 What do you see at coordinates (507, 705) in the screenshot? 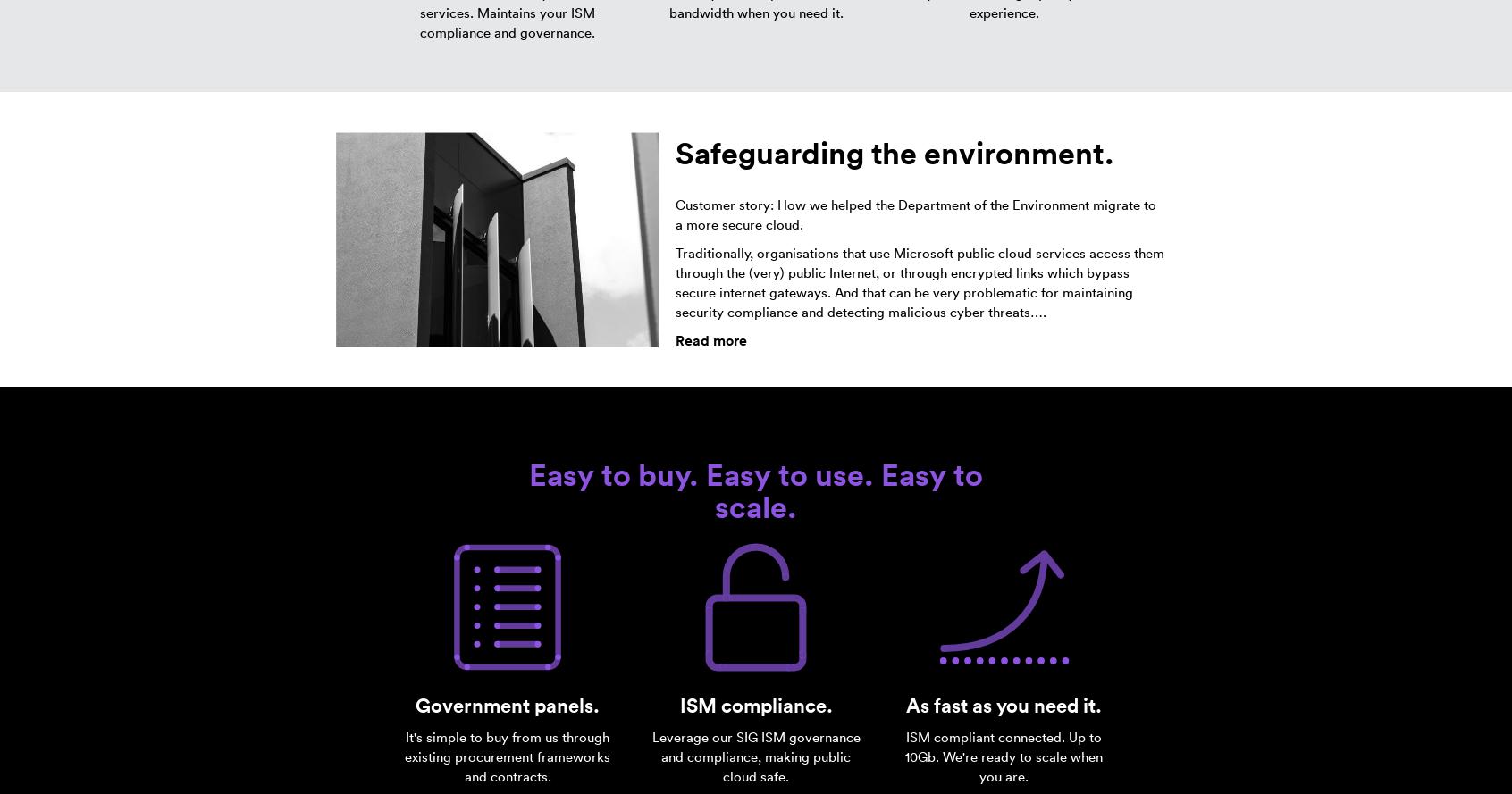
I see `'Government panels.'` at bounding box center [507, 705].